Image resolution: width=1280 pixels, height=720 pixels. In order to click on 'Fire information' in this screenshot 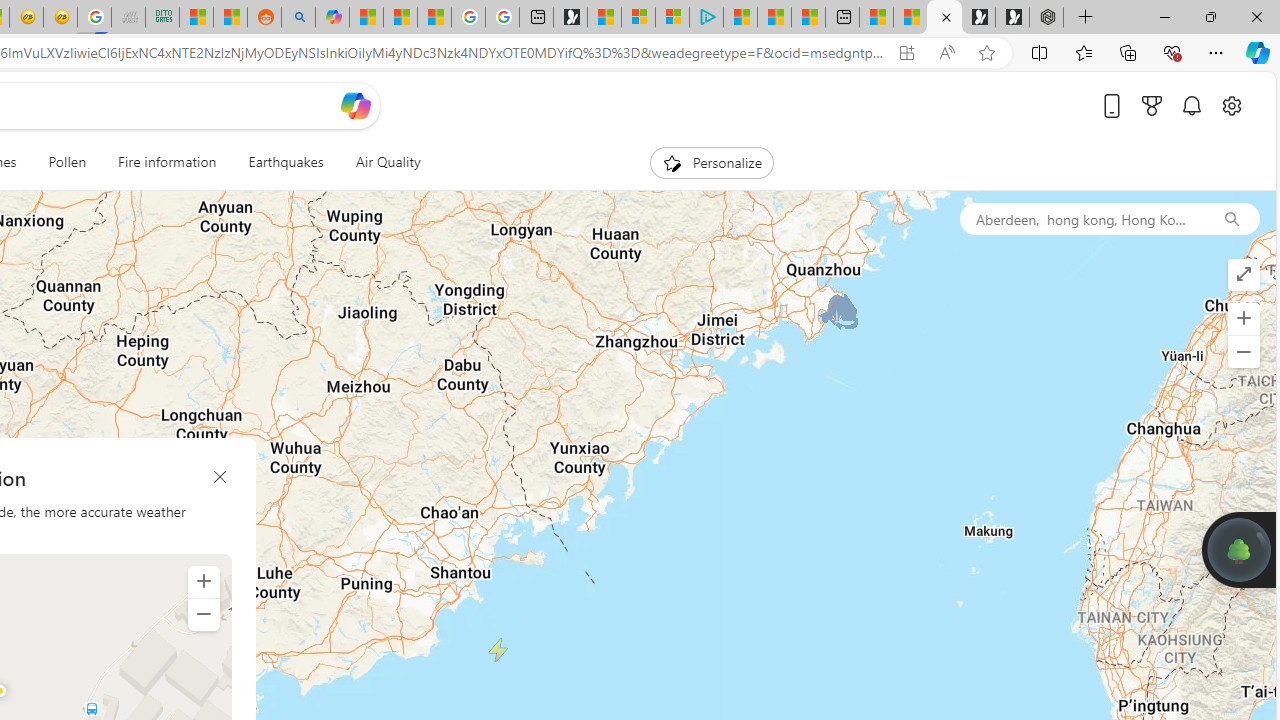, I will do `click(167, 162)`.